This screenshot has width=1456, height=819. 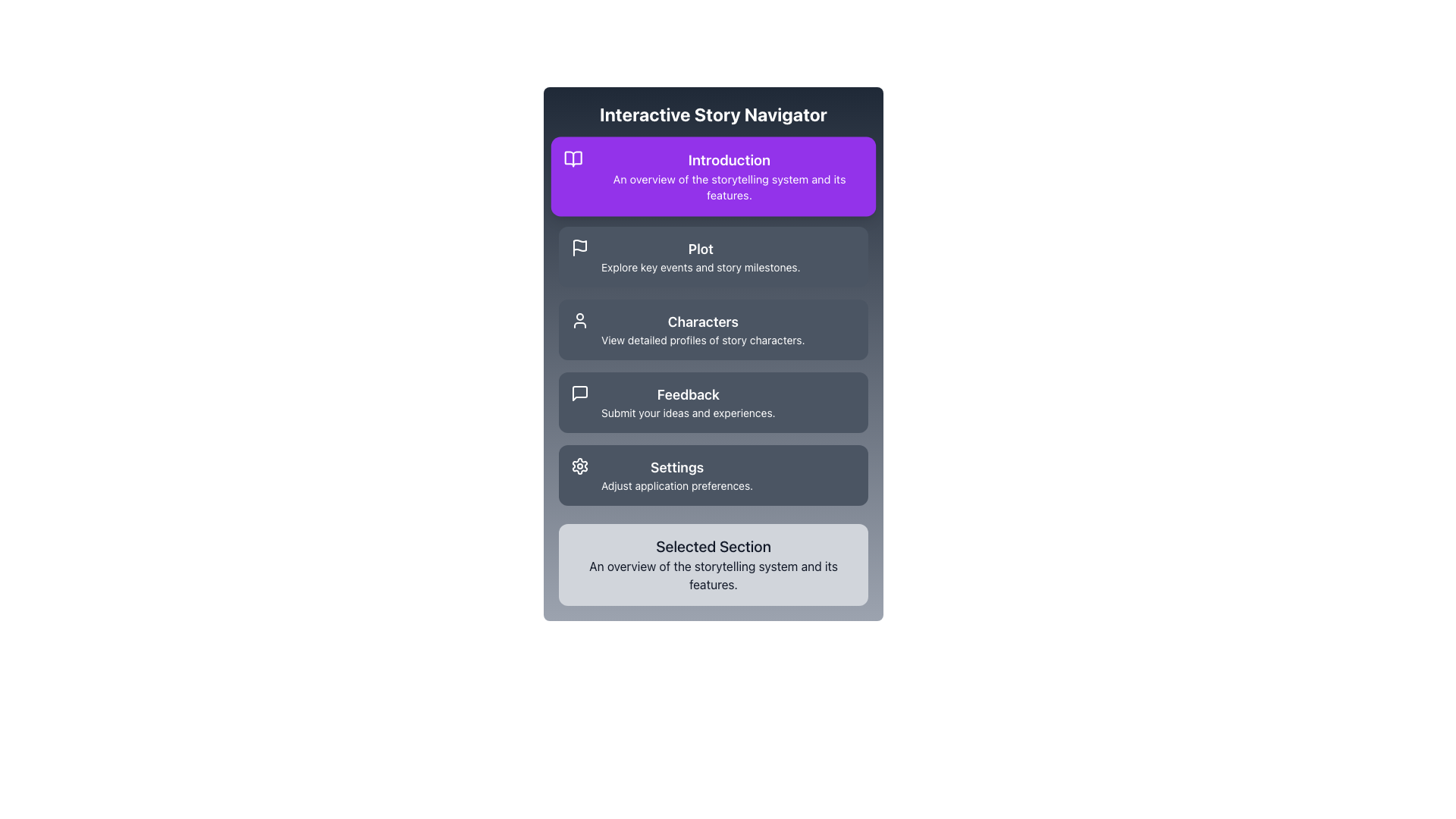 What do you see at coordinates (712, 475) in the screenshot?
I see `the settings button` at bounding box center [712, 475].